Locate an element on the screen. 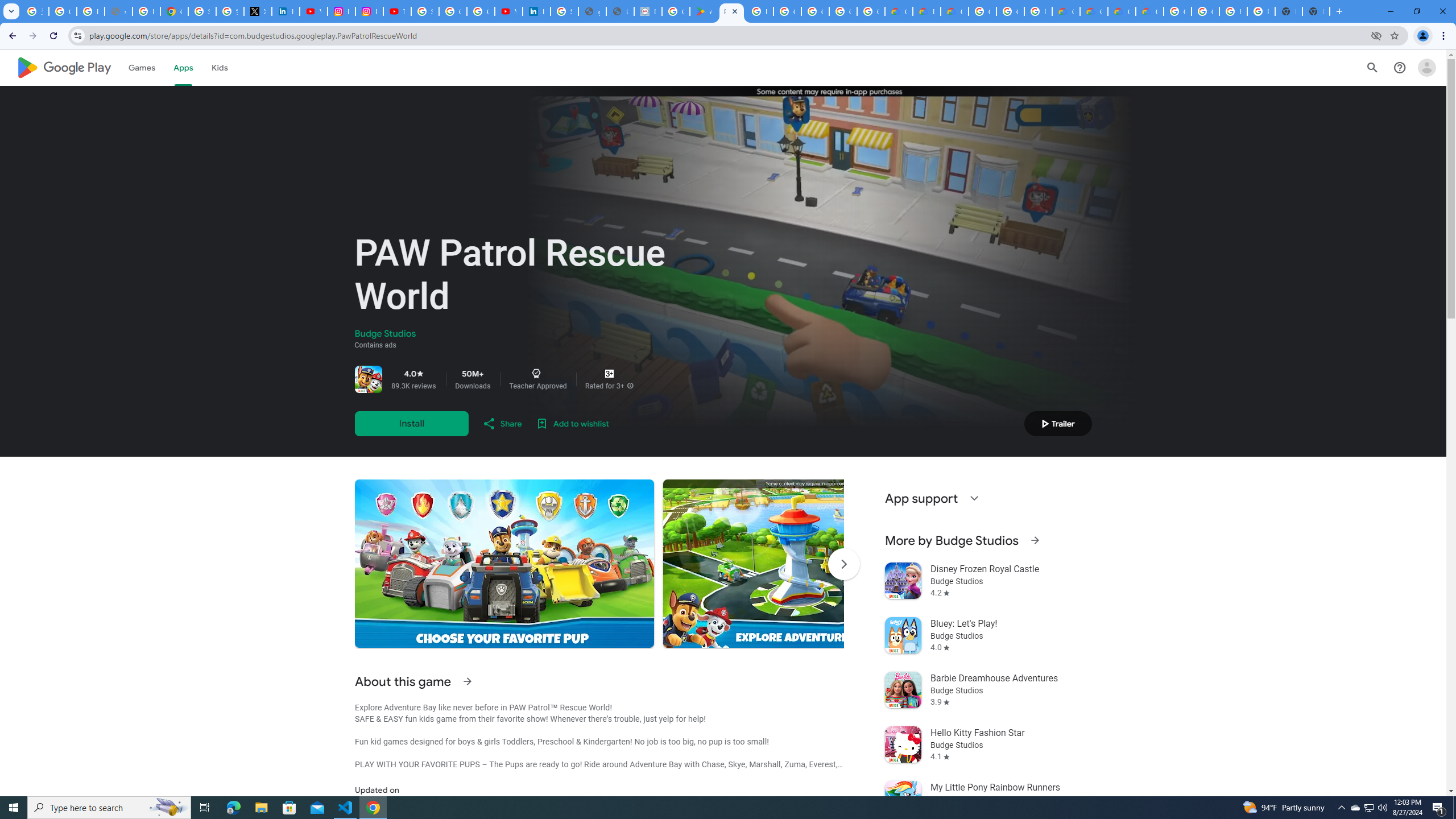 Image resolution: width=1456 pixels, height=819 pixels. 'Expand' is located at coordinates (974, 498).